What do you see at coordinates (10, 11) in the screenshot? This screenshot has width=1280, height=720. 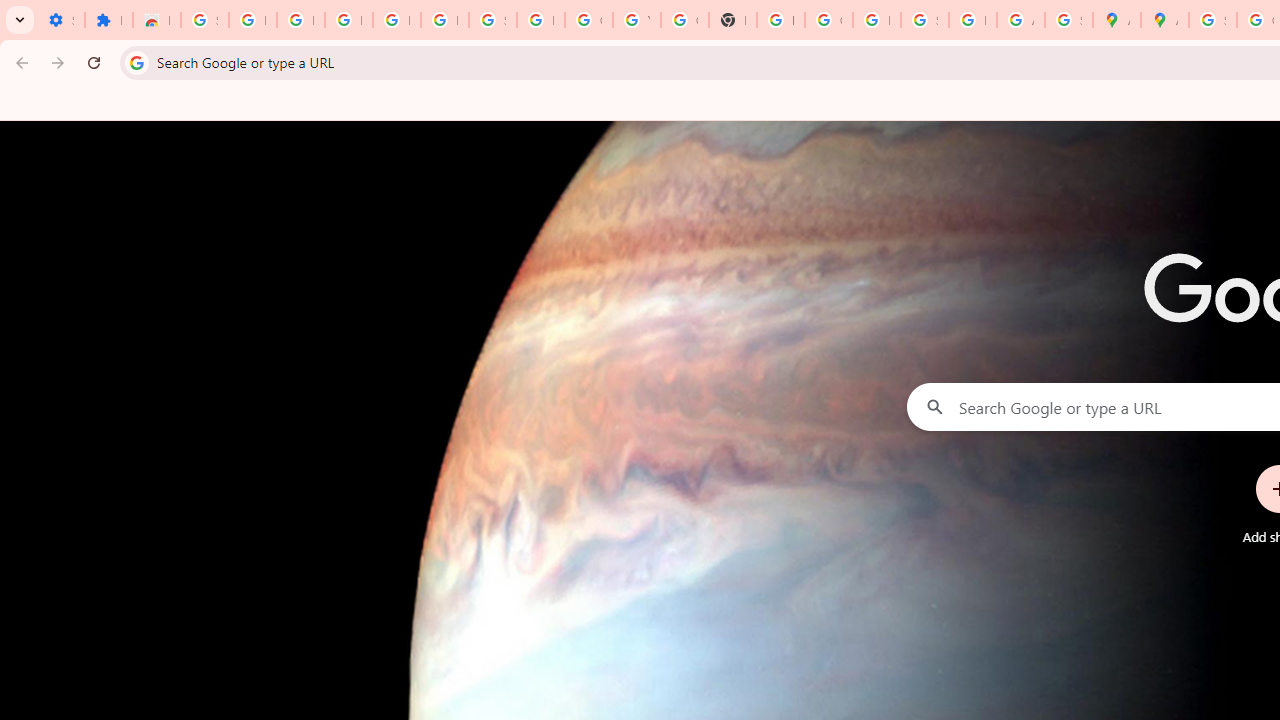 I see `'System'` at bounding box center [10, 11].